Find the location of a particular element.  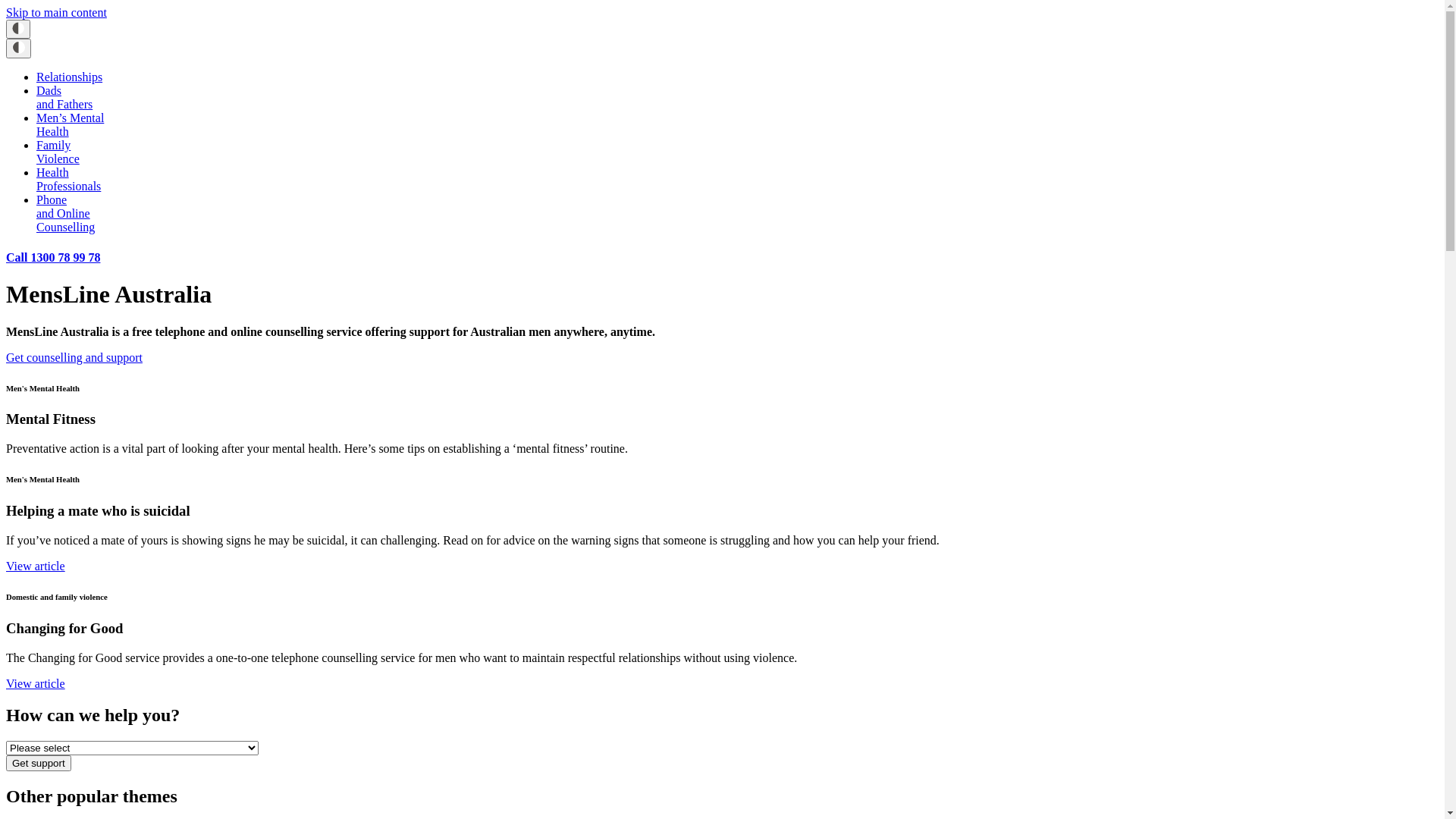

'View article' is located at coordinates (36, 566).